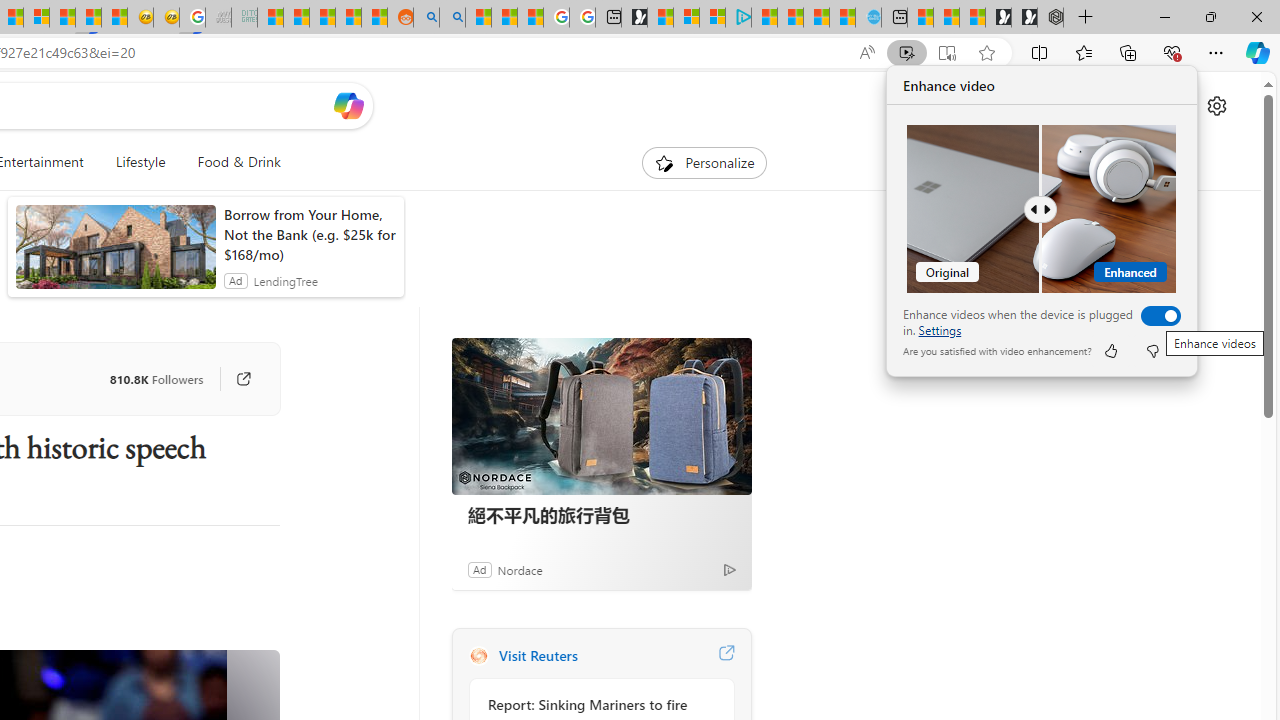 The width and height of the screenshot is (1280, 720). Describe the element at coordinates (284, 280) in the screenshot. I see `'LendingTree'` at that location.